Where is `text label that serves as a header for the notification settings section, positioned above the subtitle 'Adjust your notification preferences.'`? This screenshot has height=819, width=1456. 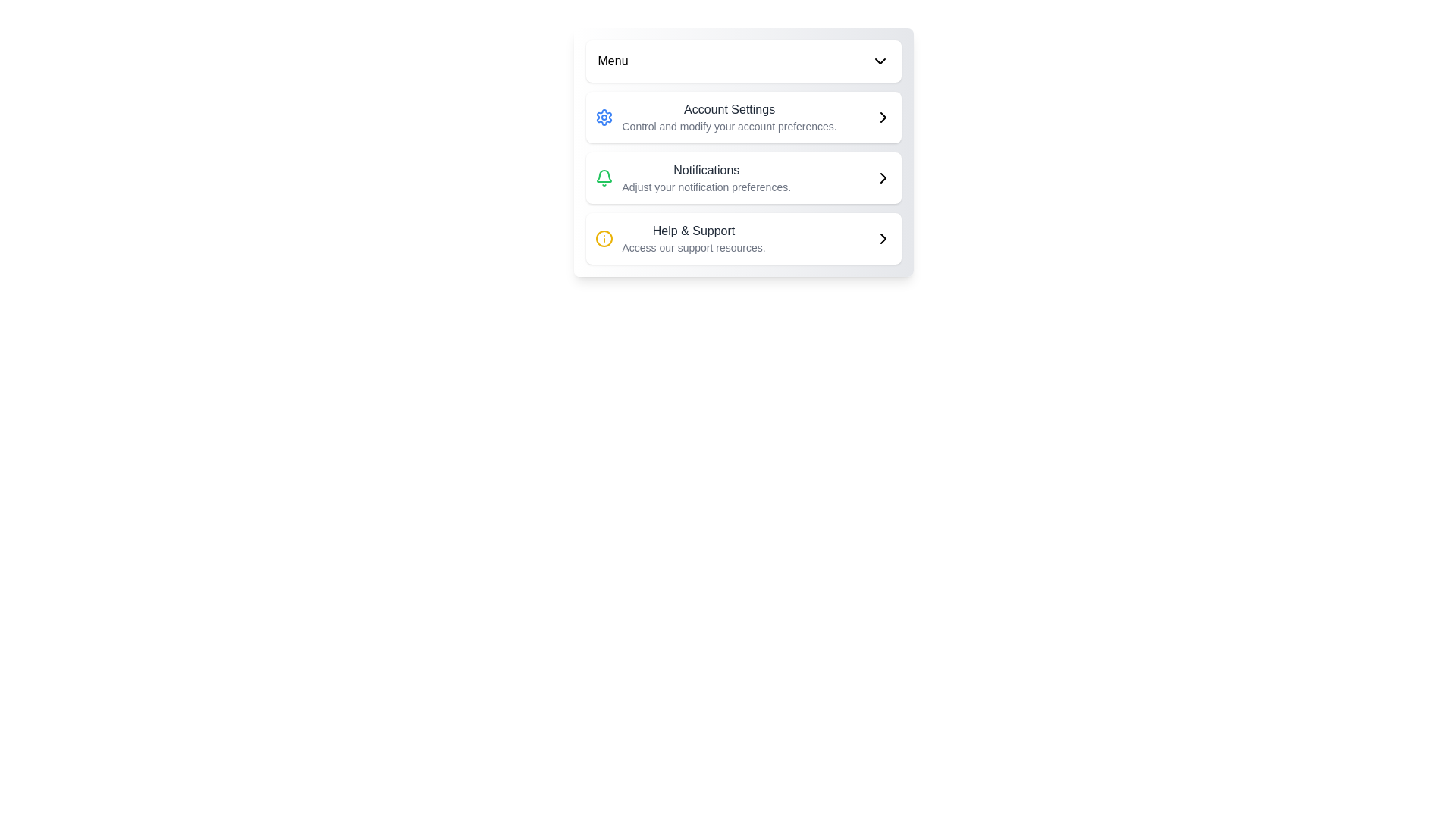 text label that serves as a header for the notification settings section, positioned above the subtitle 'Adjust your notification preferences.' is located at coordinates (705, 170).